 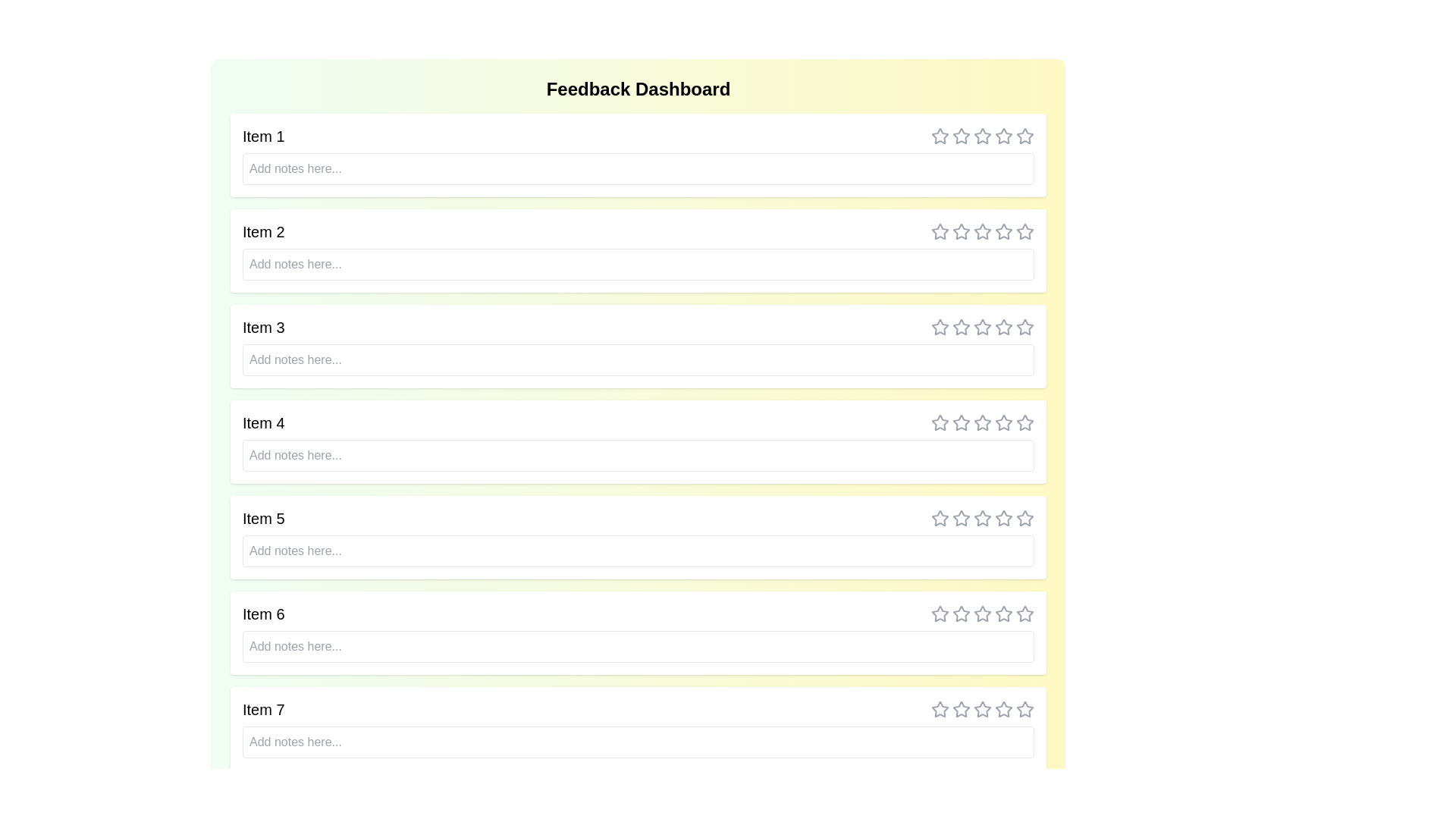 What do you see at coordinates (1025, 136) in the screenshot?
I see `the rating for an item to 5 stars` at bounding box center [1025, 136].